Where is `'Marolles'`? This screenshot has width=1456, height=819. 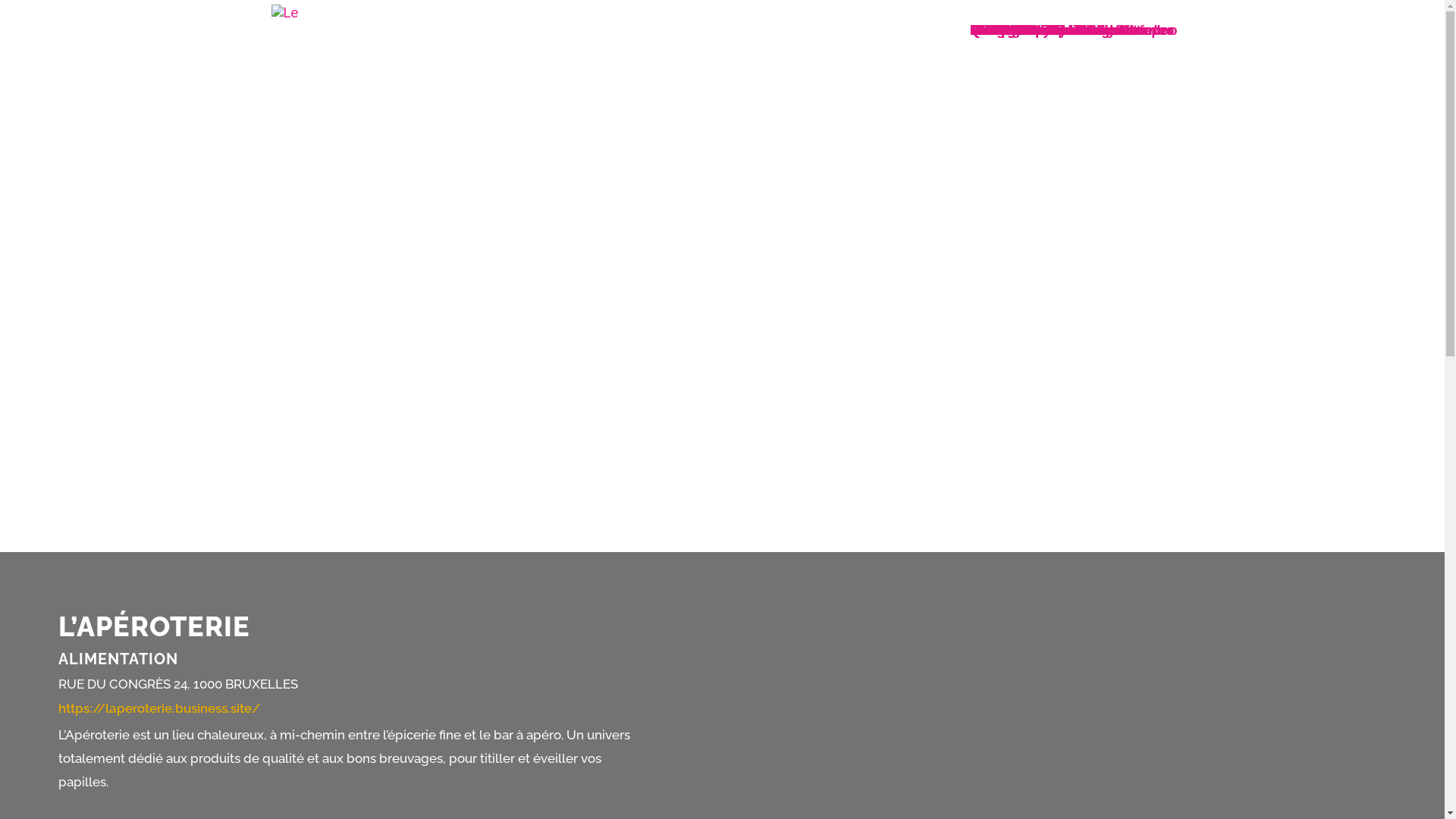 'Marolles' is located at coordinates (997, 30).